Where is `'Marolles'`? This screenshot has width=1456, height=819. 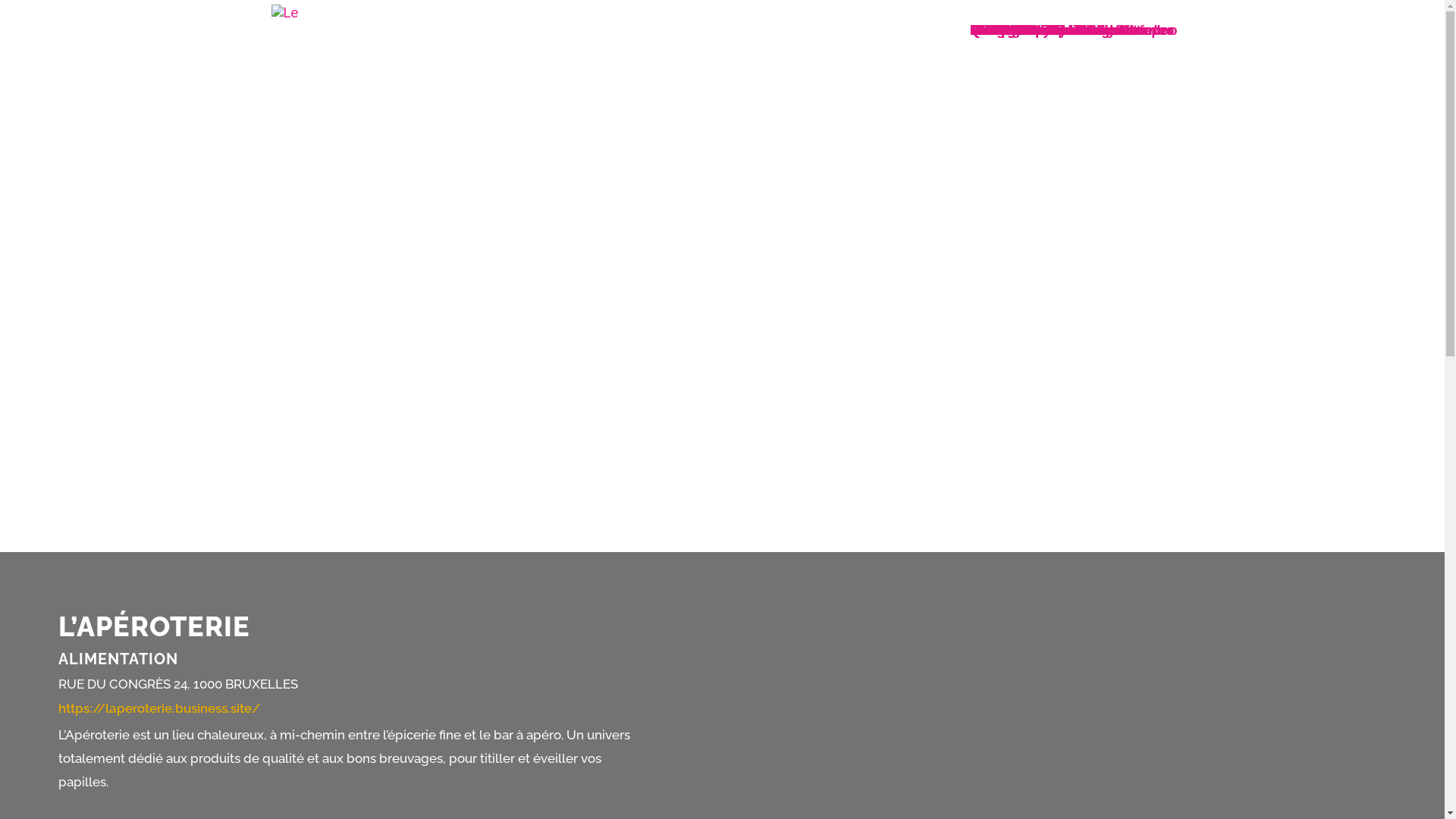 'Marolles' is located at coordinates (997, 30).